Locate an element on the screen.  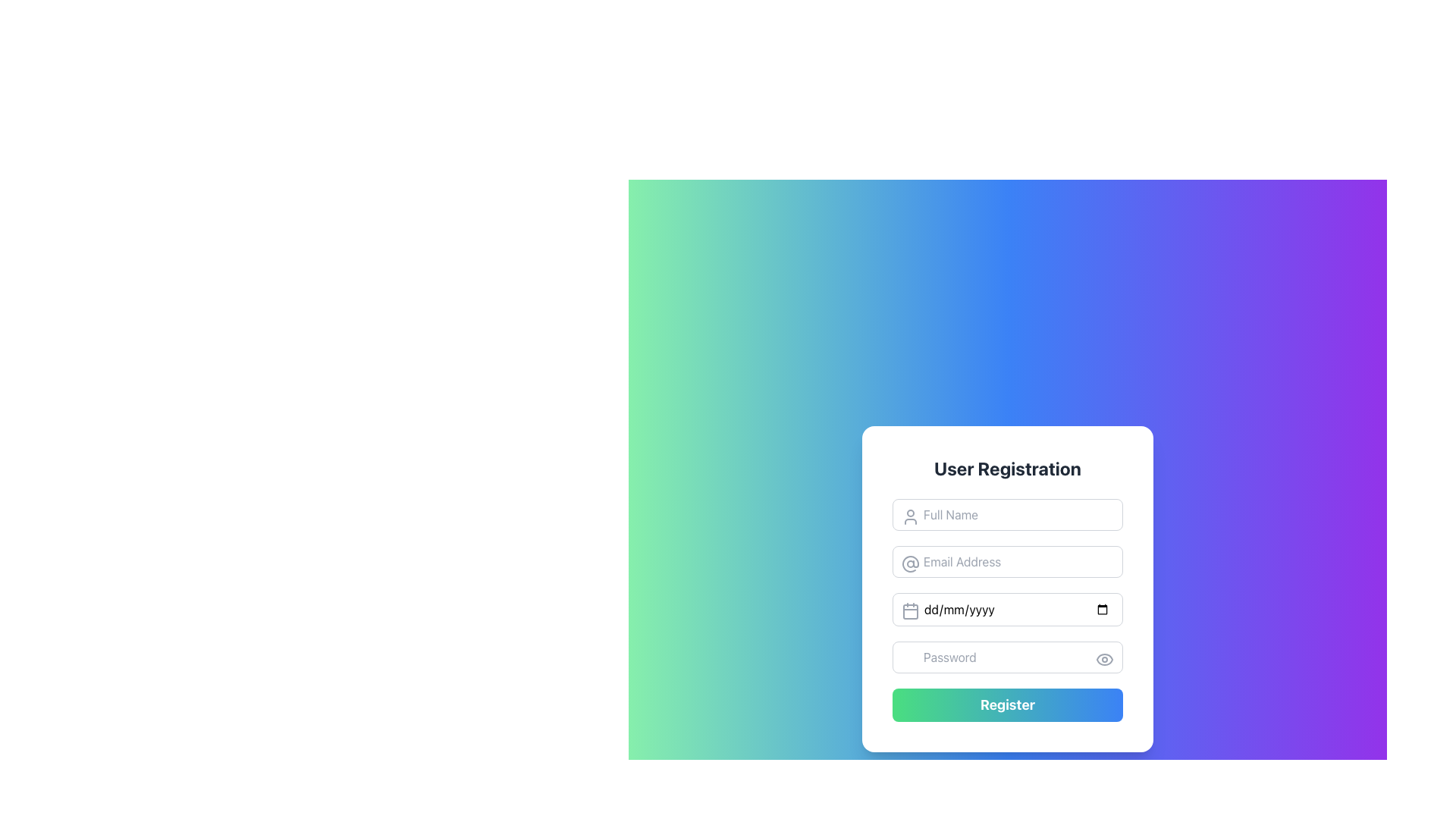
the button located on the right side of the password input field is located at coordinates (1105, 659).